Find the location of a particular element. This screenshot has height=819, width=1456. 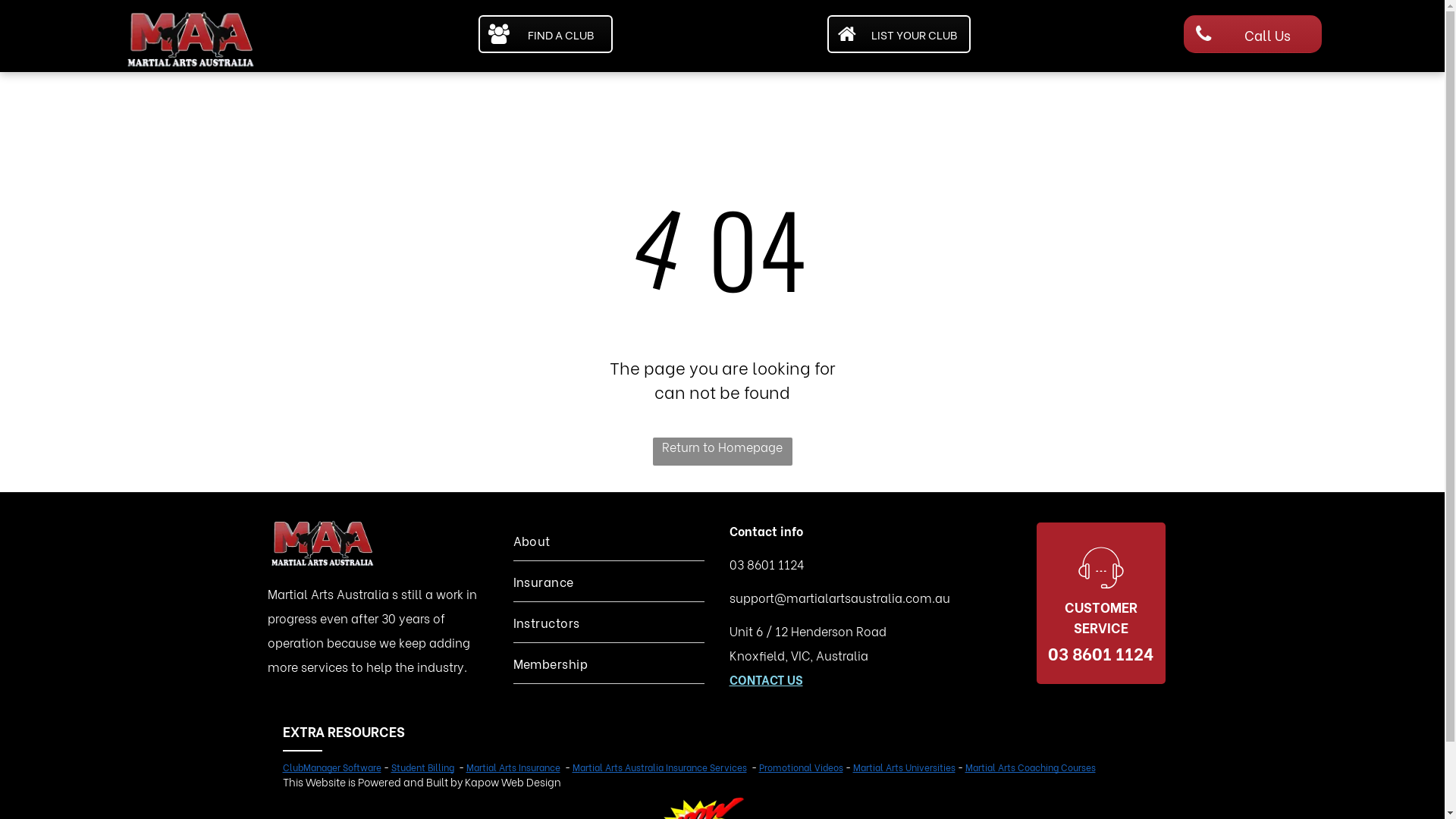

'Call Us' is located at coordinates (1253, 34).